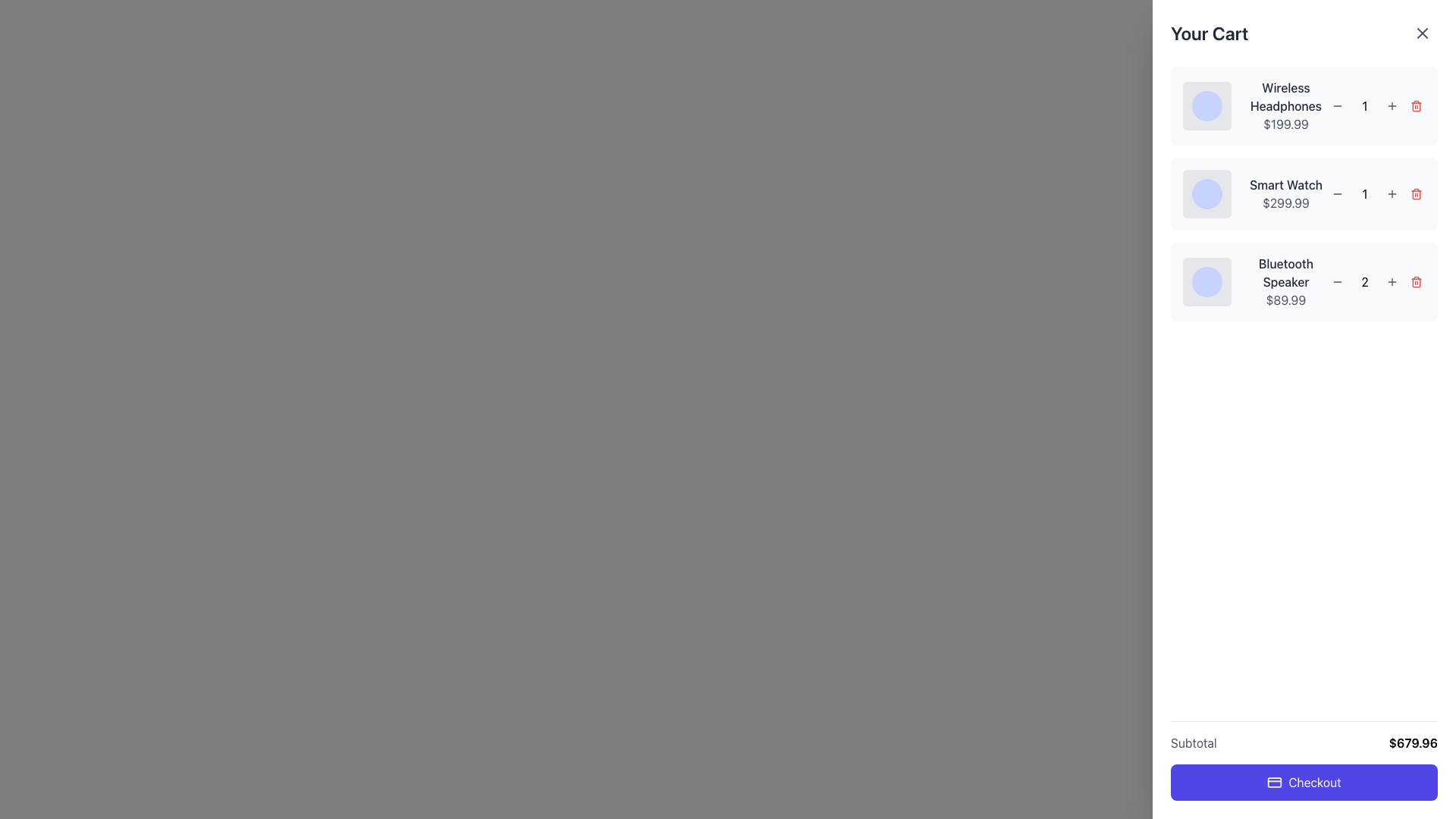 The width and height of the screenshot is (1456, 819). What do you see at coordinates (1392, 105) in the screenshot?
I see `the '+' button located immediately to the right of the quantity value to increment the quantity of the corresponding cart item` at bounding box center [1392, 105].